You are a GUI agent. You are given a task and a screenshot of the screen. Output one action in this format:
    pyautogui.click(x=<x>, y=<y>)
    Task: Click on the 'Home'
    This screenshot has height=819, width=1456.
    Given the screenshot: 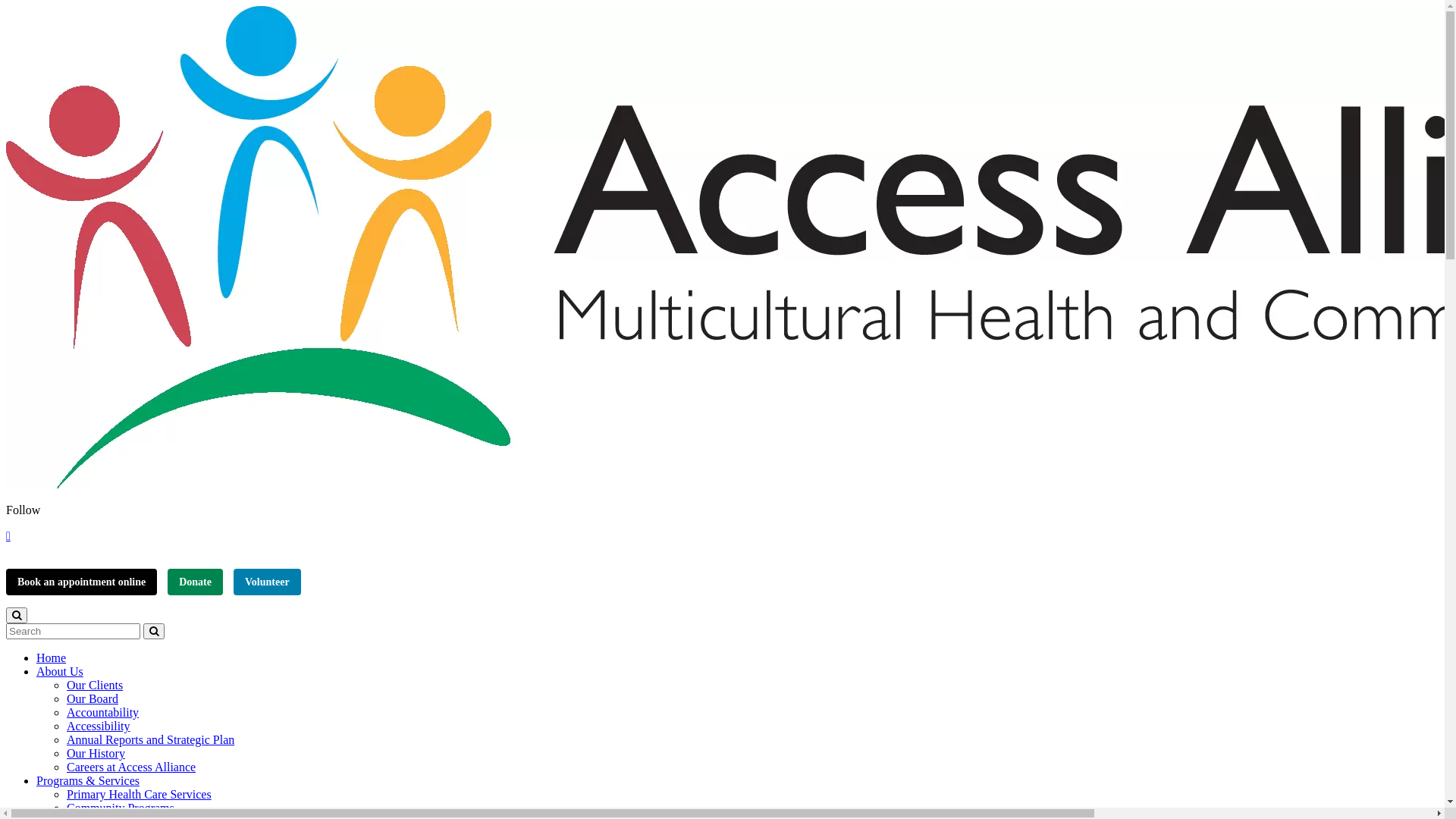 What is the action you would take?
    pyautogui.click(x=51, y=657)
    